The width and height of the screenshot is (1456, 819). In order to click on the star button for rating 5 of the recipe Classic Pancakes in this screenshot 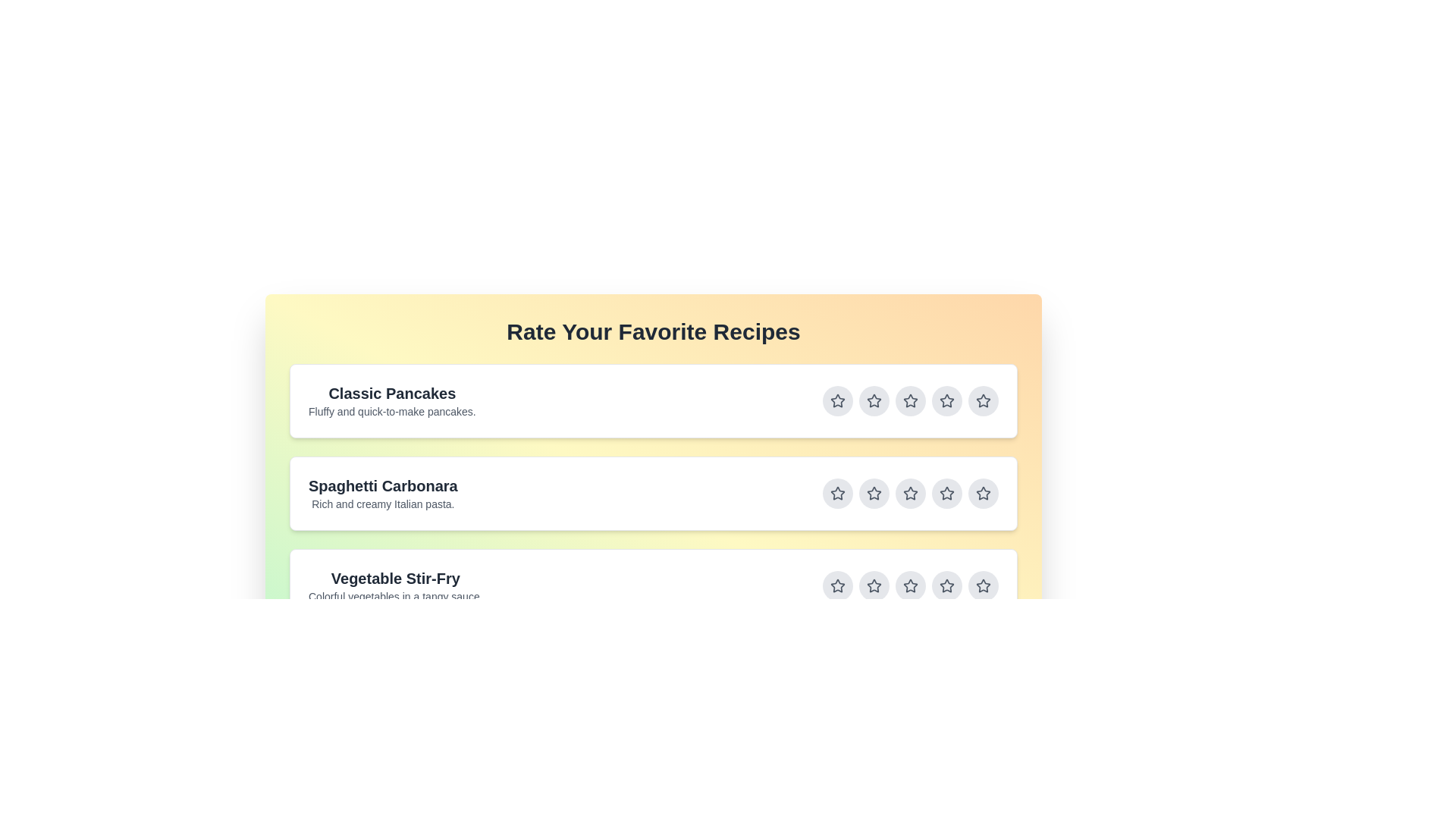, I will do `click(983, 400)`.